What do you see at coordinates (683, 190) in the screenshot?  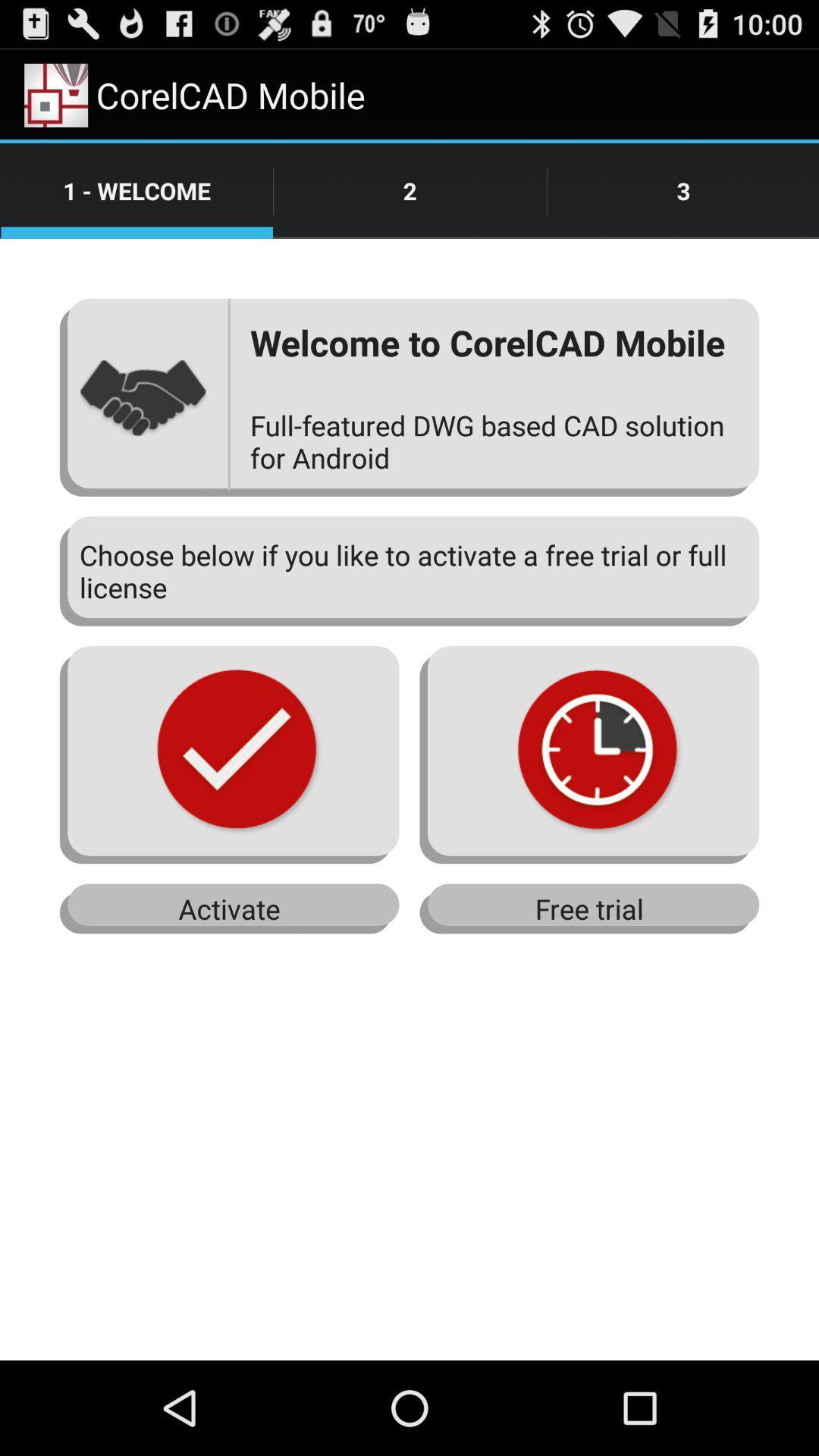 I see `the number three option at the top right corner of the page` at bounding box center [683, 190].